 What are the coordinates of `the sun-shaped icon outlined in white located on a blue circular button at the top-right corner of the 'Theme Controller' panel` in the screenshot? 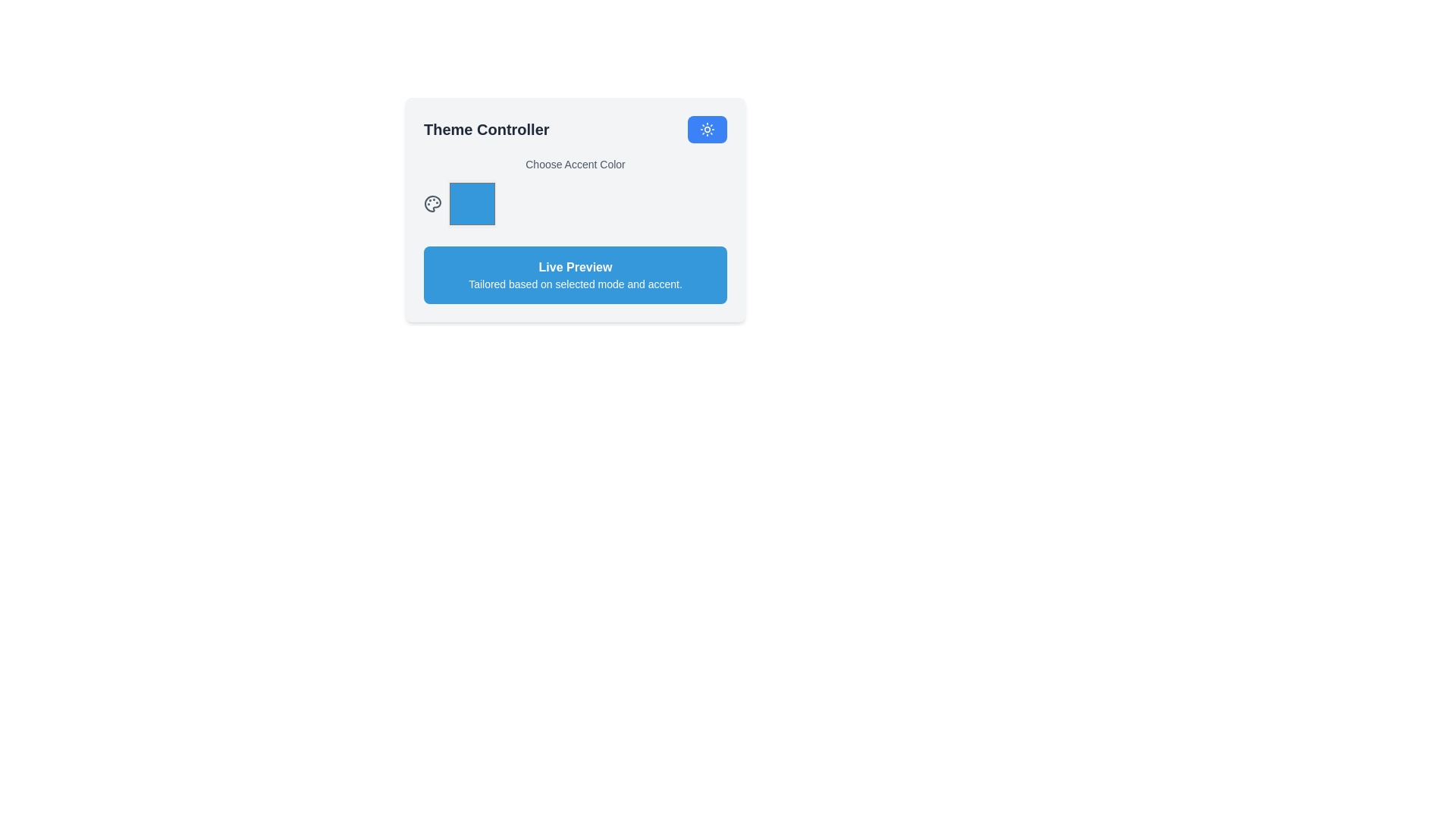 It's located at (706, 128).